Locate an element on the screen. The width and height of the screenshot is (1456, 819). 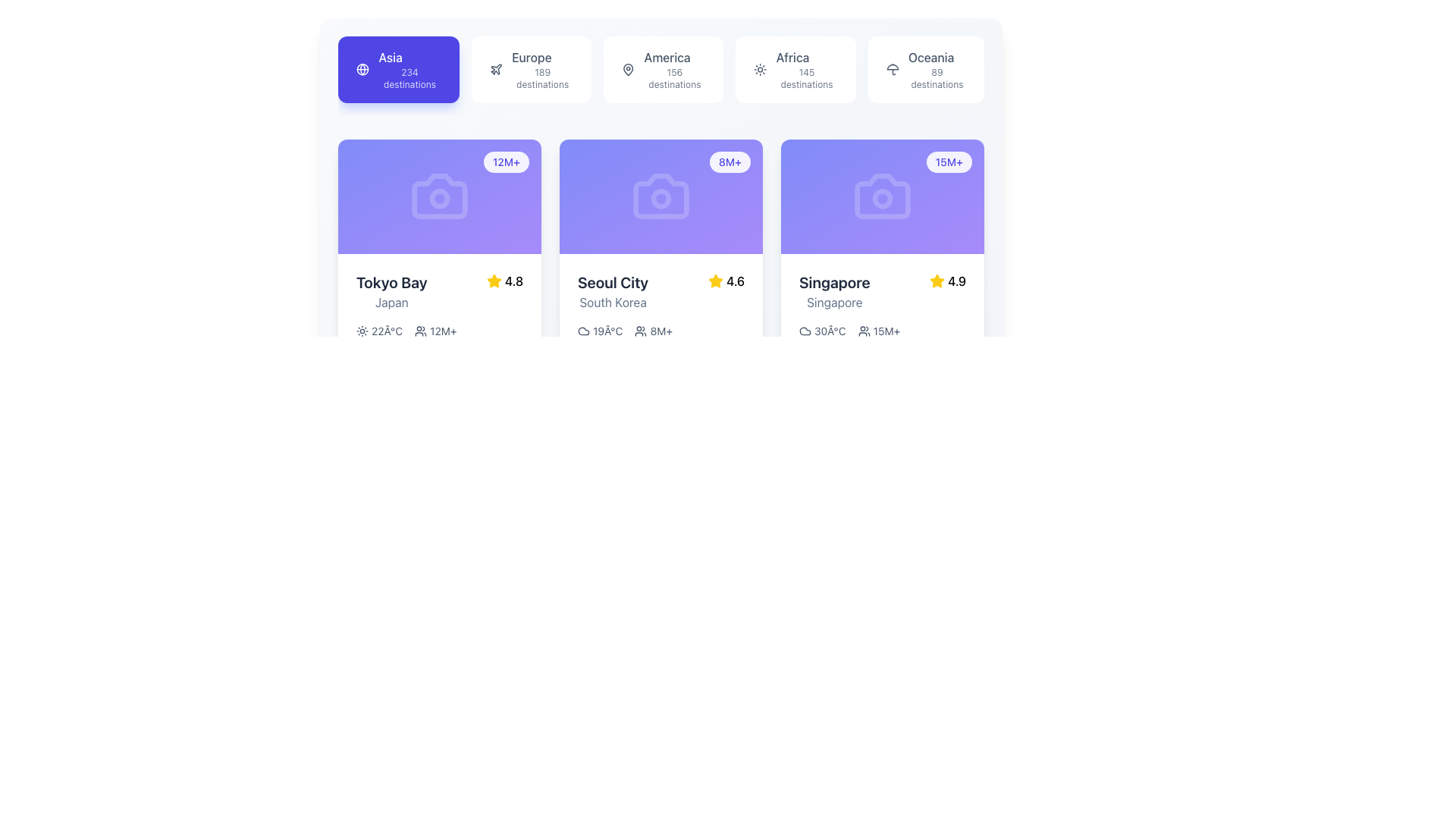
text label displaying 'Oceania' in blue color with medium font weight located at the top of the Oceania destinations card is located at coordinates (930, 57).